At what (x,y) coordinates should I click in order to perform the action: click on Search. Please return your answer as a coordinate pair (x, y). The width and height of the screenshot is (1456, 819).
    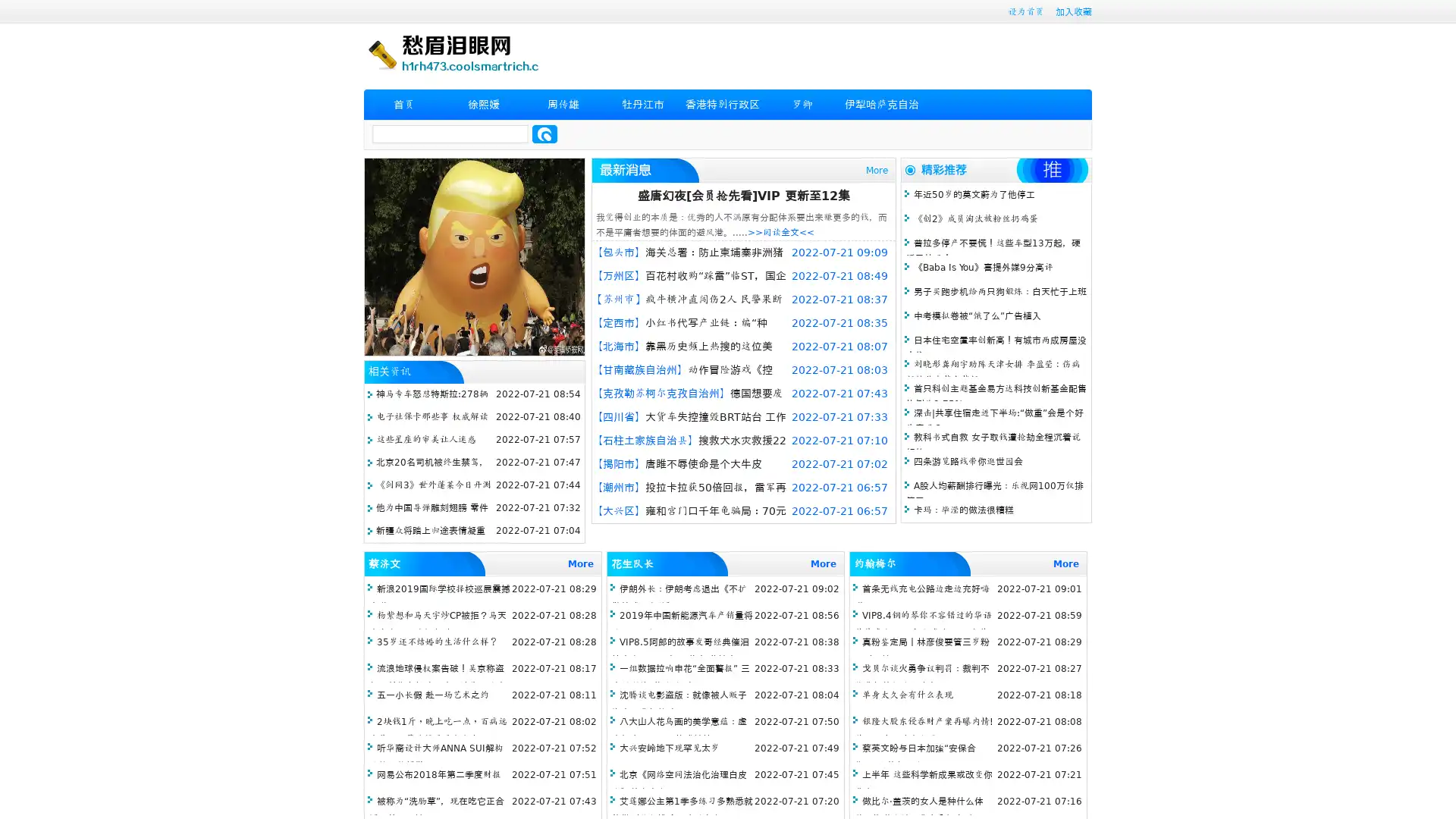
    Looking at the image, I should click on (544, 133).